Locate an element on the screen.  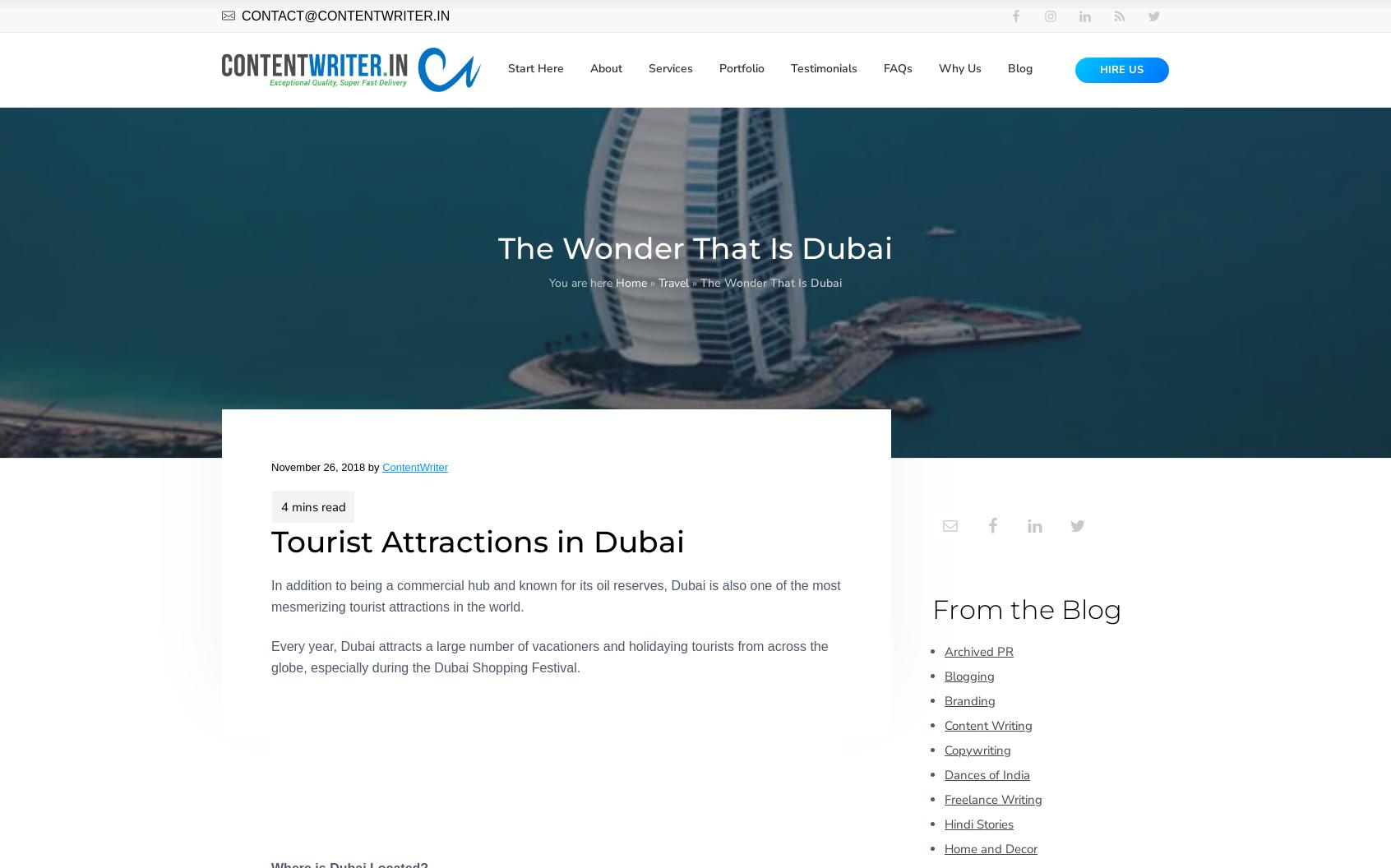
'Hindi Stories' is located at coordinates (977, 823).